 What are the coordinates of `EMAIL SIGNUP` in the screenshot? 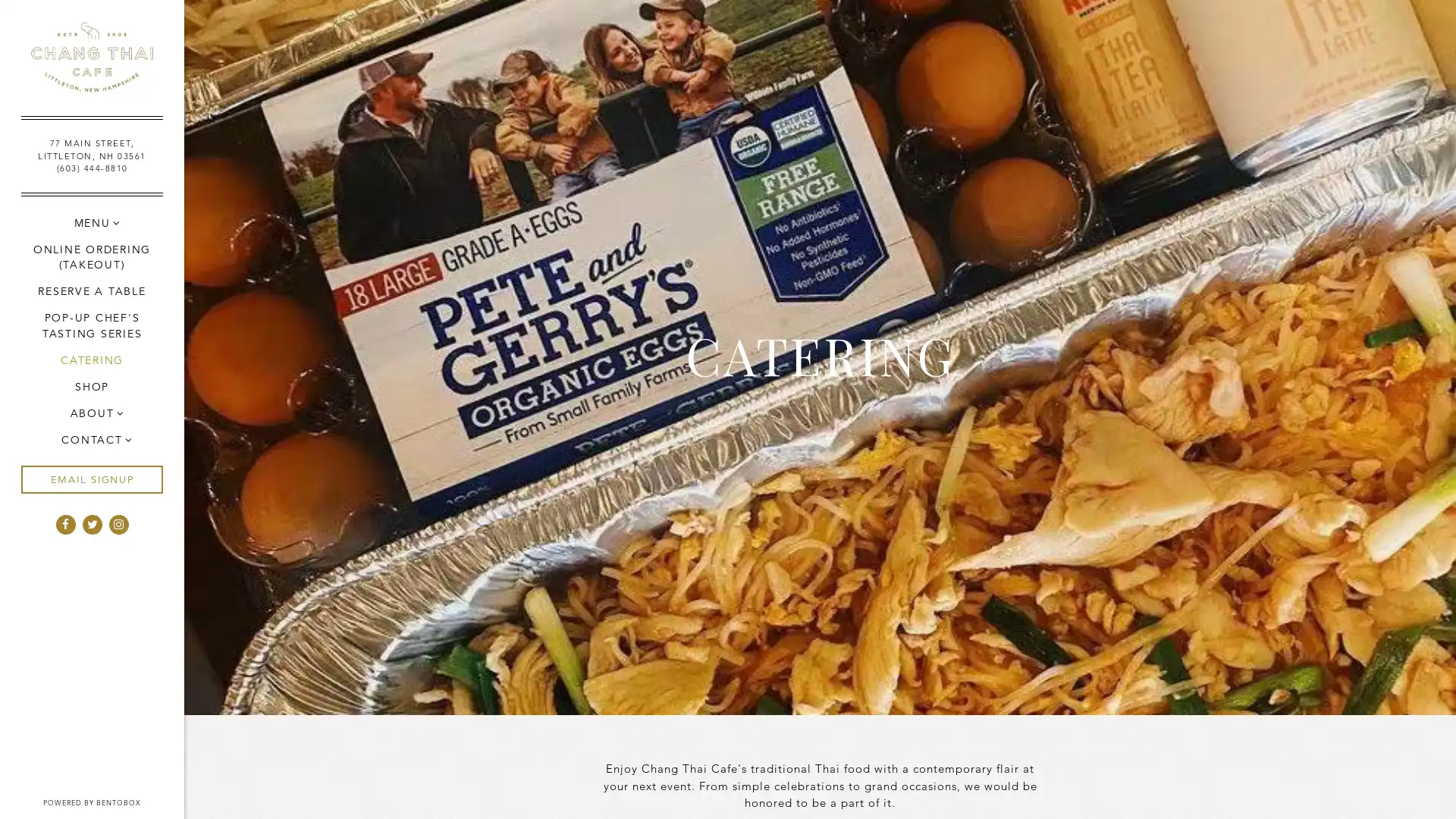 It's located at (90, 479).